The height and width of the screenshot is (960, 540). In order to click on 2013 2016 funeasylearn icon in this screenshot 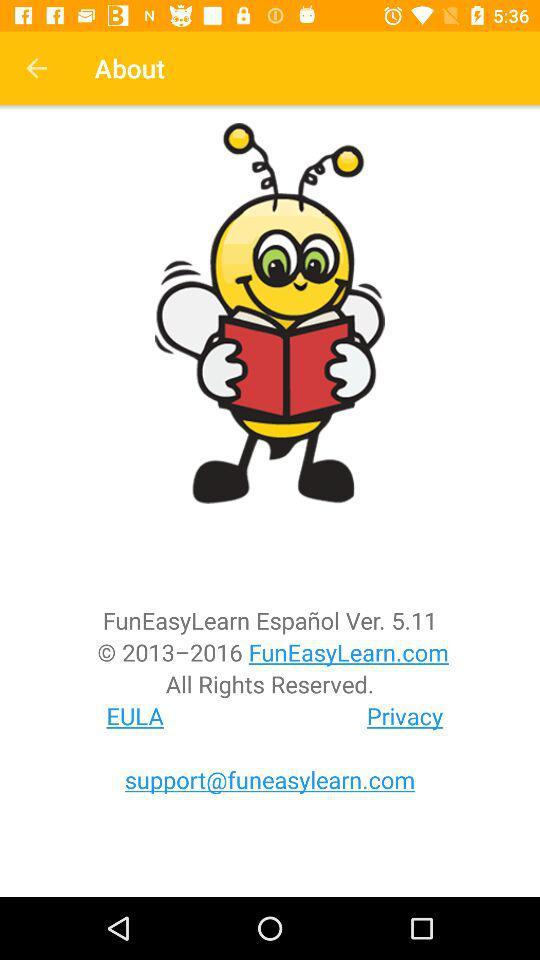, I will do `click(270, 651)`.